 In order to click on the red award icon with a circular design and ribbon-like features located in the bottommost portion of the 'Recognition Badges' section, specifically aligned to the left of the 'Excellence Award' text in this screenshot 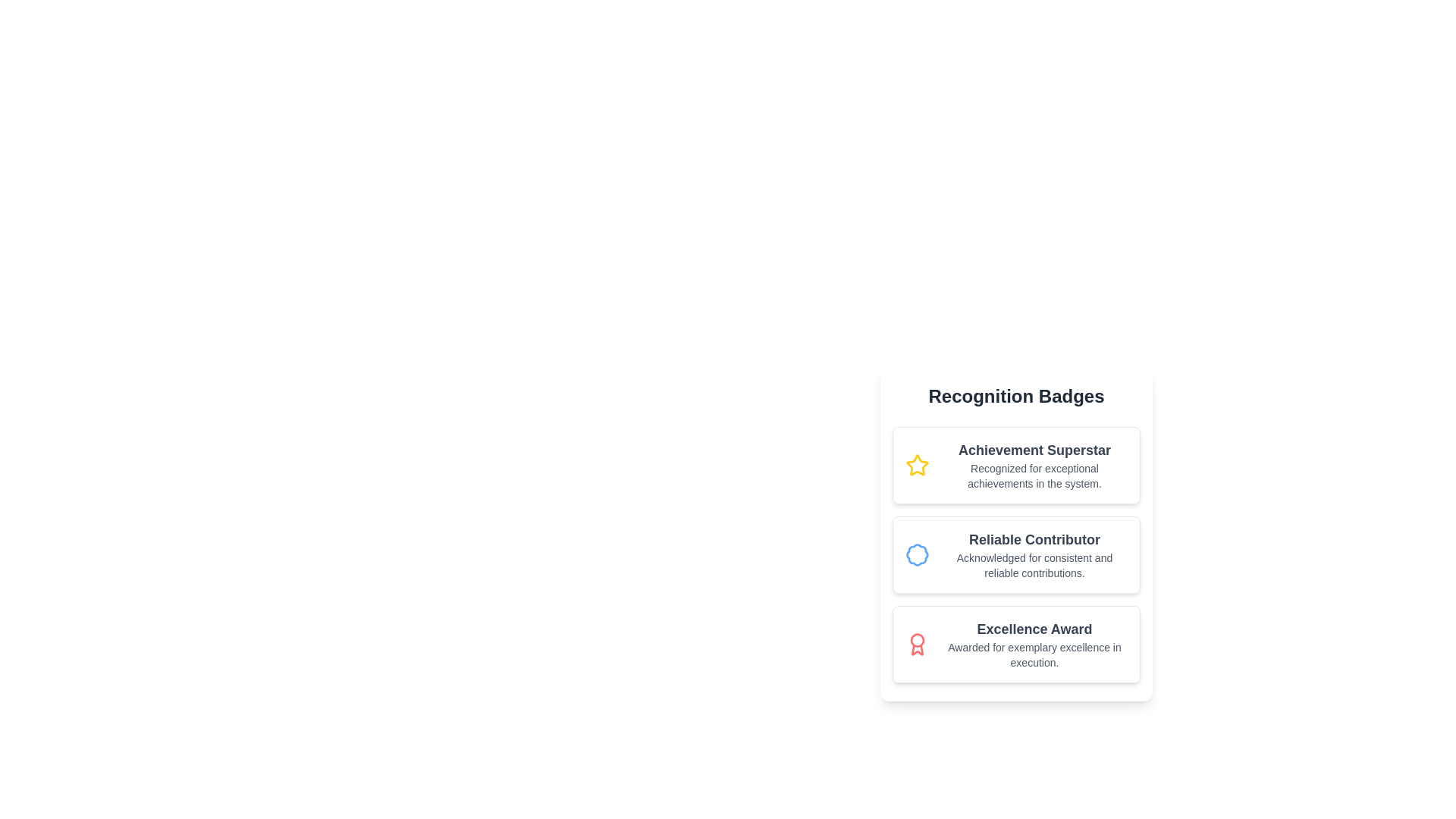, I will do `click(916, 644)`.